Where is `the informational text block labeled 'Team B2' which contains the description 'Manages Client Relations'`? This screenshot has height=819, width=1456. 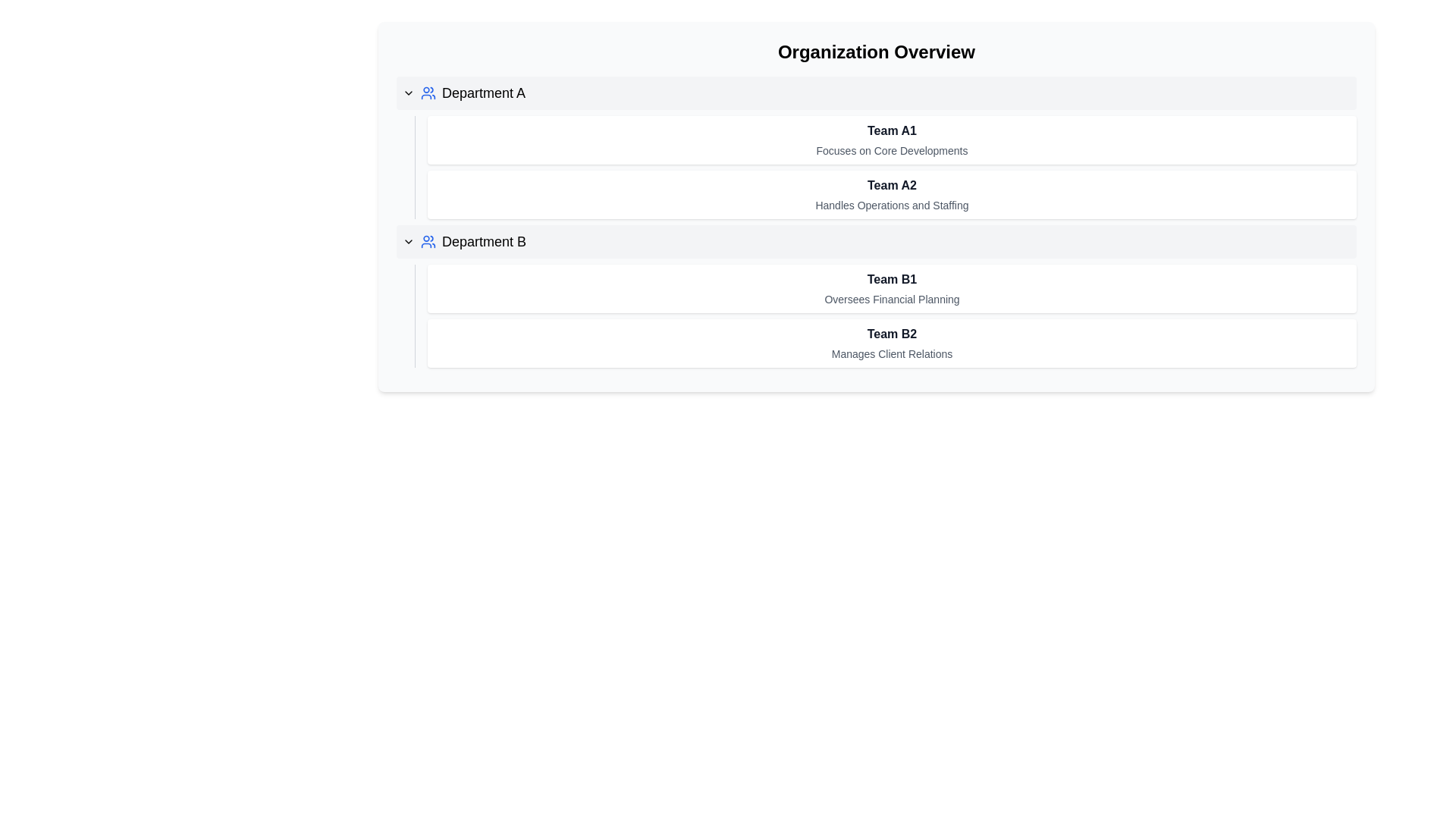 the informational text block labeled 'Team B2' which contains the description 'Manages Client Relations' is located at coordinates (892, 343).